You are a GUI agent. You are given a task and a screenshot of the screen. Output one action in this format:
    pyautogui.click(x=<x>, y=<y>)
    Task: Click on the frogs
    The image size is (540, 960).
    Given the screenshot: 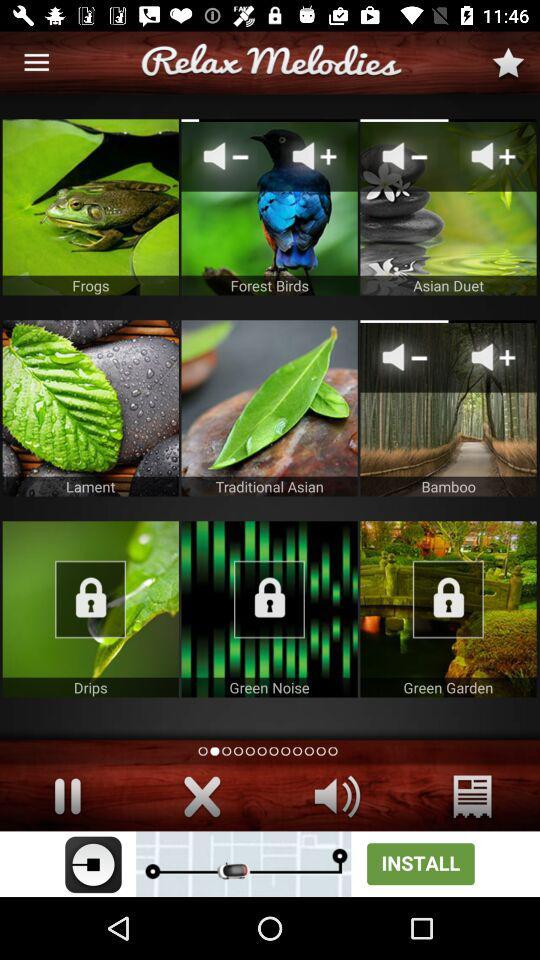 What is the action you would take?
    pyautogui.click(x=89, y=207)
    